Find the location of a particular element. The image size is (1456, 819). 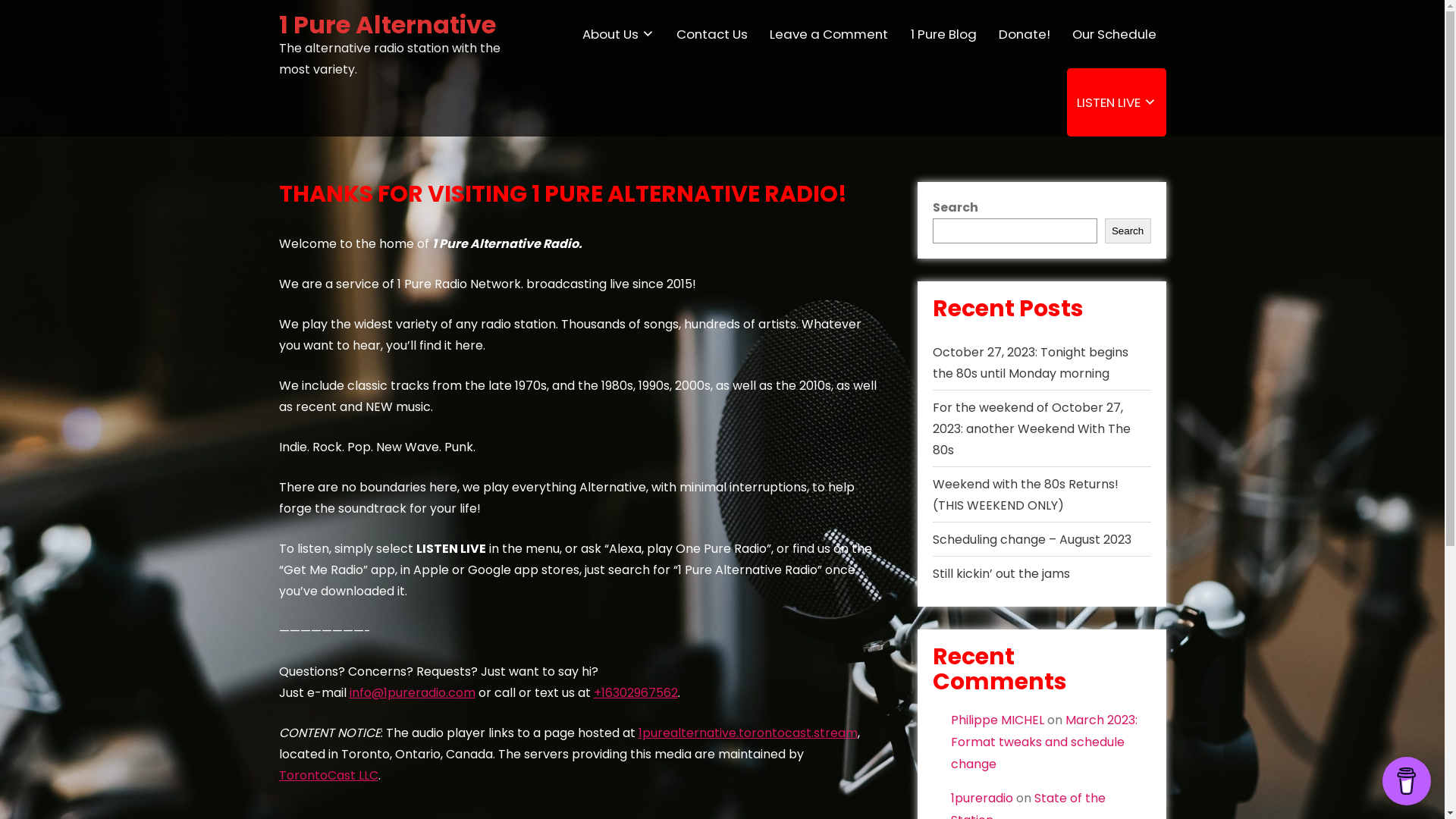

'1purealternative.torontocast.stream' is located at coordinates (748, 732).